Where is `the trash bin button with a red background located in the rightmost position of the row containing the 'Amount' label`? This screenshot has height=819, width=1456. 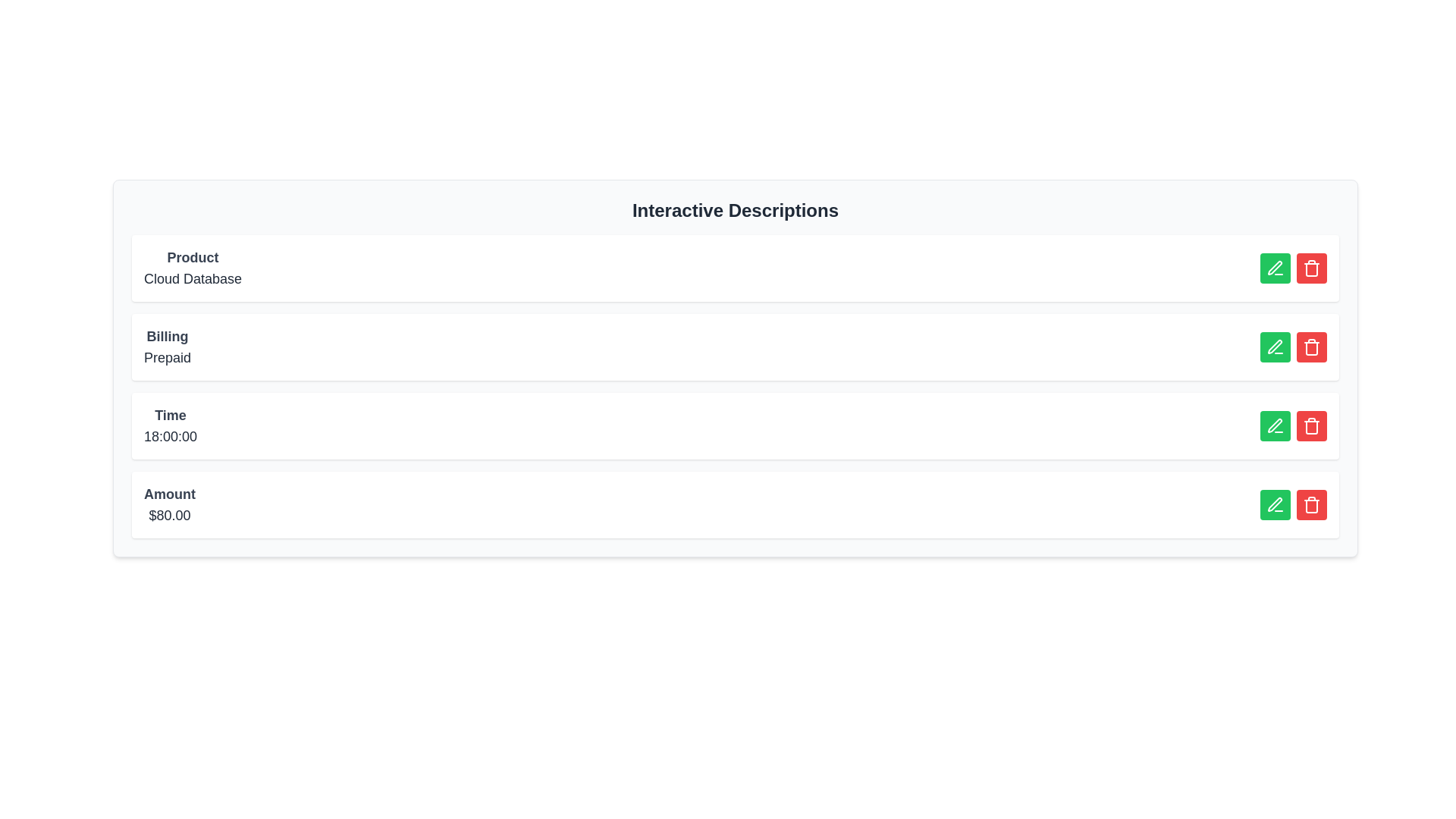 the trash bin button with a red background located in the rightmost position of the row containing the 'Amount' label is located at coordinates (1310, 268).